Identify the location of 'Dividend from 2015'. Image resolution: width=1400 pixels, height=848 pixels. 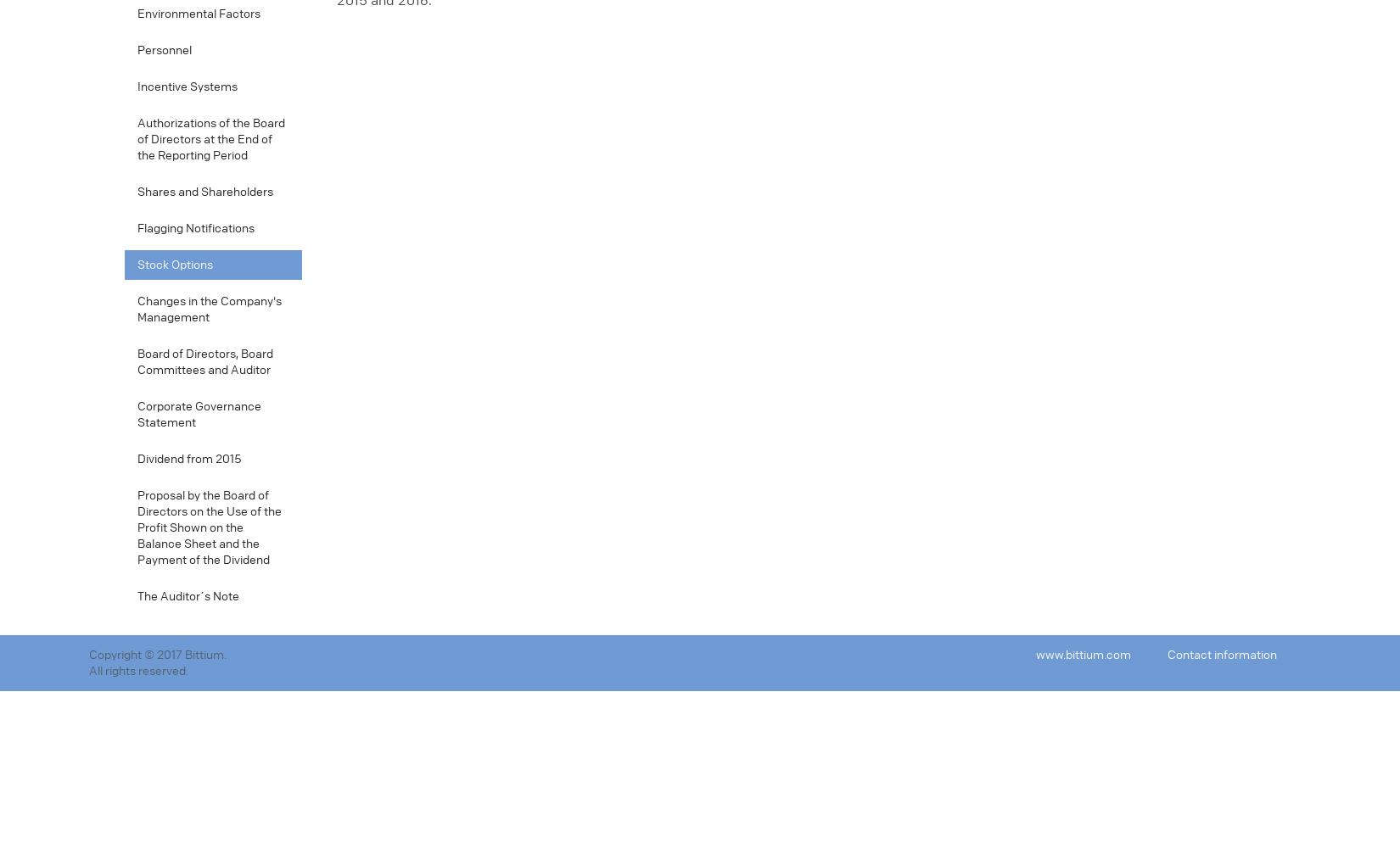
(188, 459).